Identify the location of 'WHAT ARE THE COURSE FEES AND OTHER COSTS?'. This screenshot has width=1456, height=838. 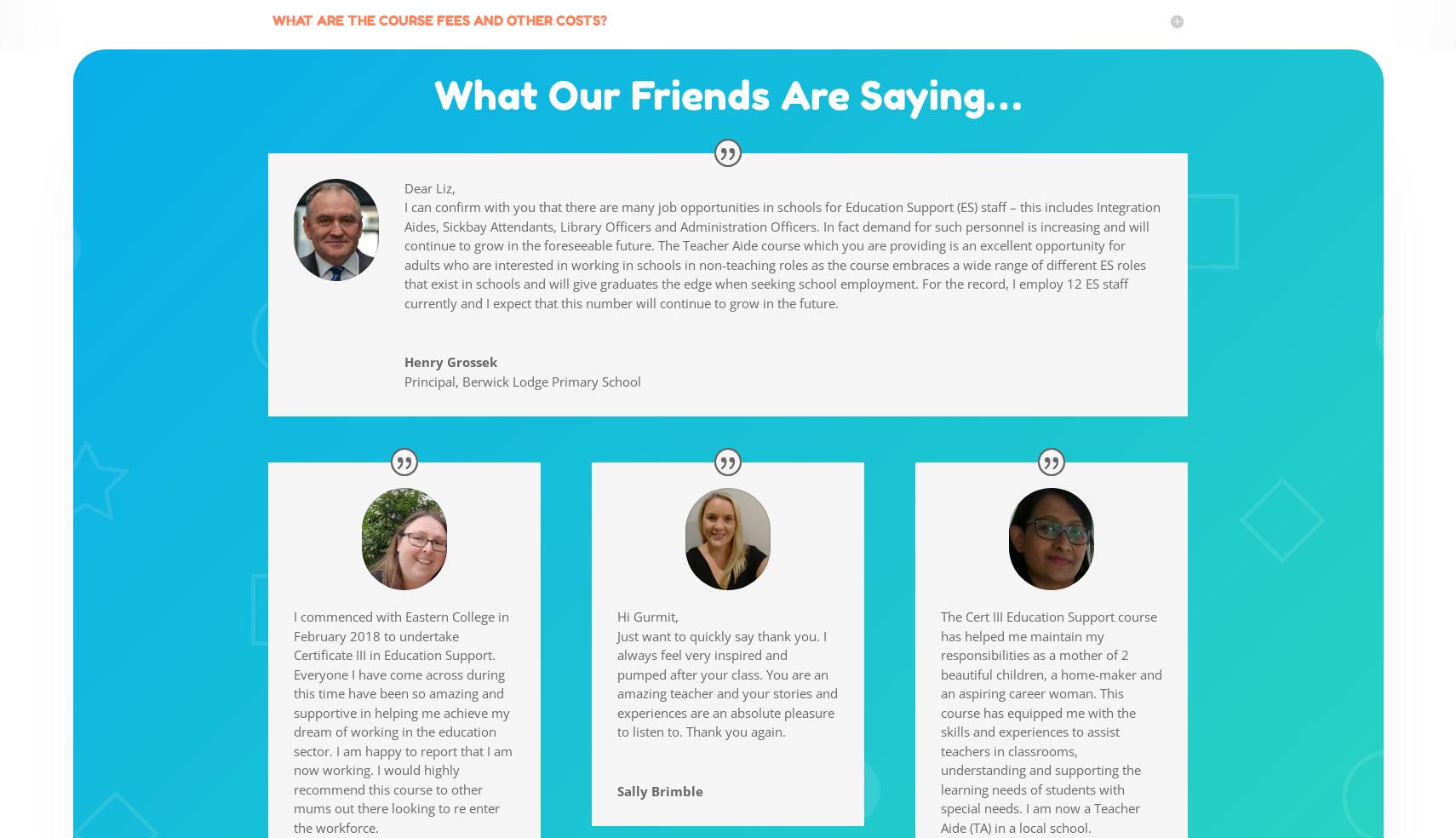
(271, 20).